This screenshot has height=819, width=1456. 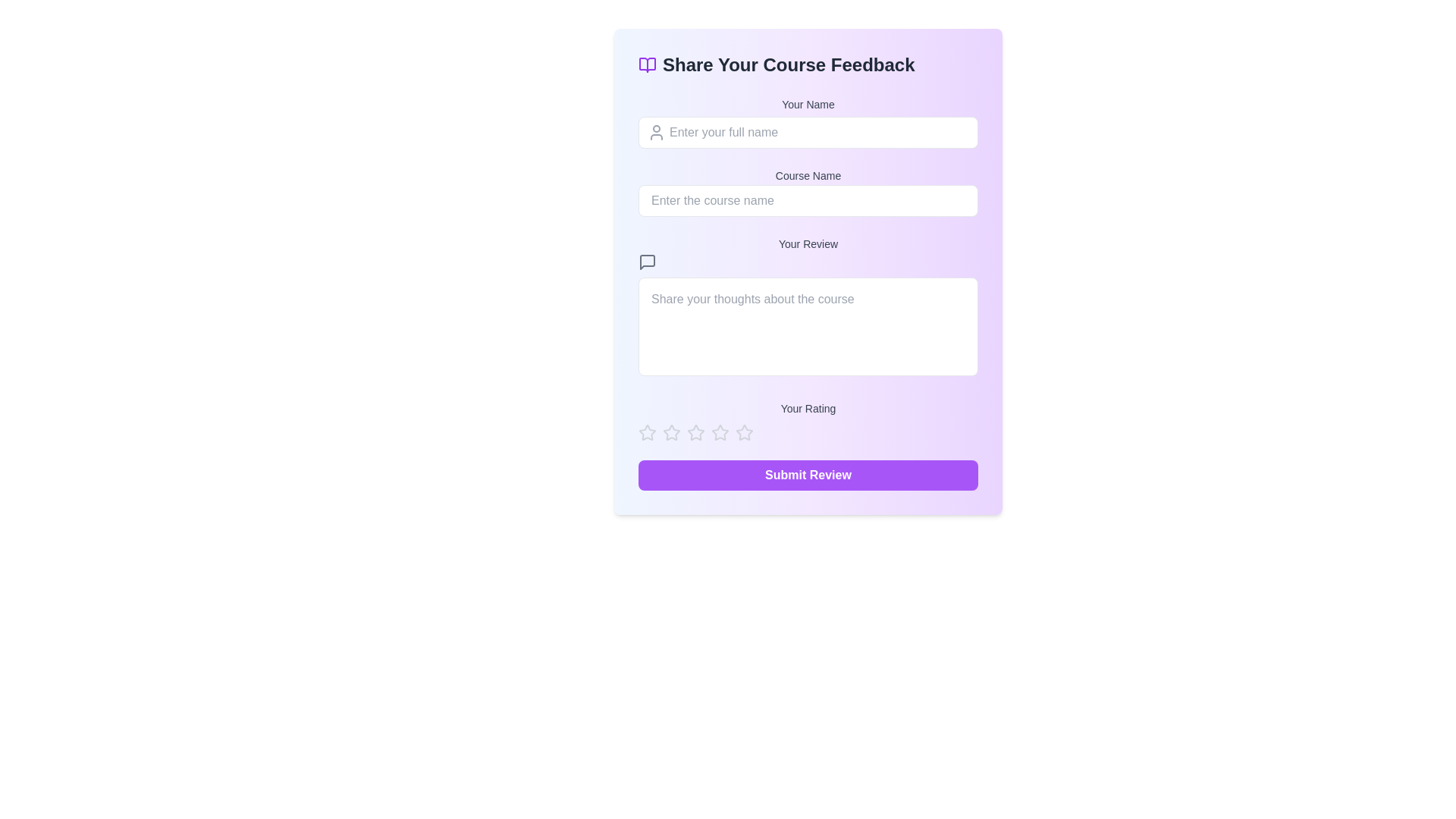 What do you see at coordinates (648, 262) in the screenshot?
I see `the speech bubble icon used for comments or messages, positioned slightly above the 'Your Review' text field` at bounding box center [648, 262].